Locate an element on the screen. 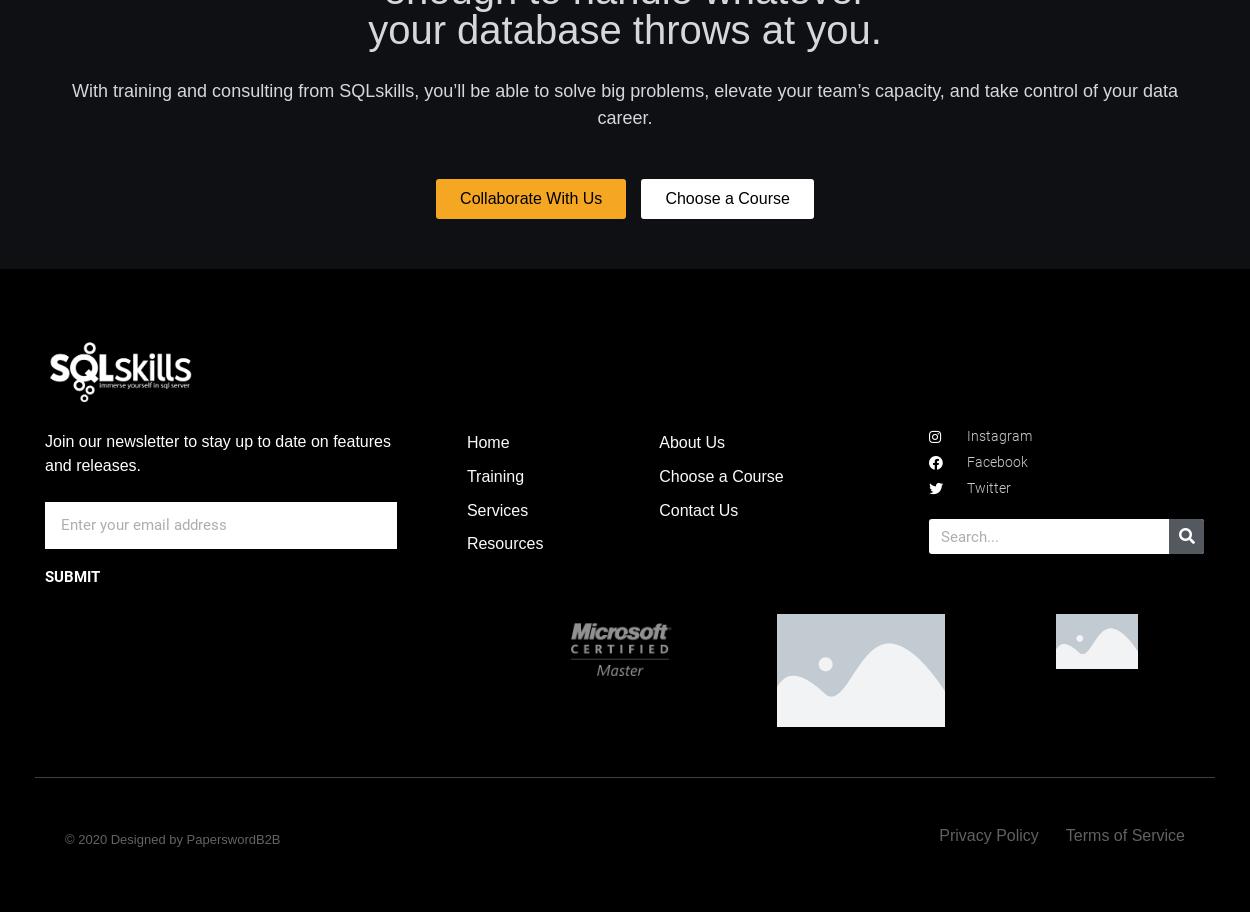  'Facebook' is located at coordinates (995, 462).